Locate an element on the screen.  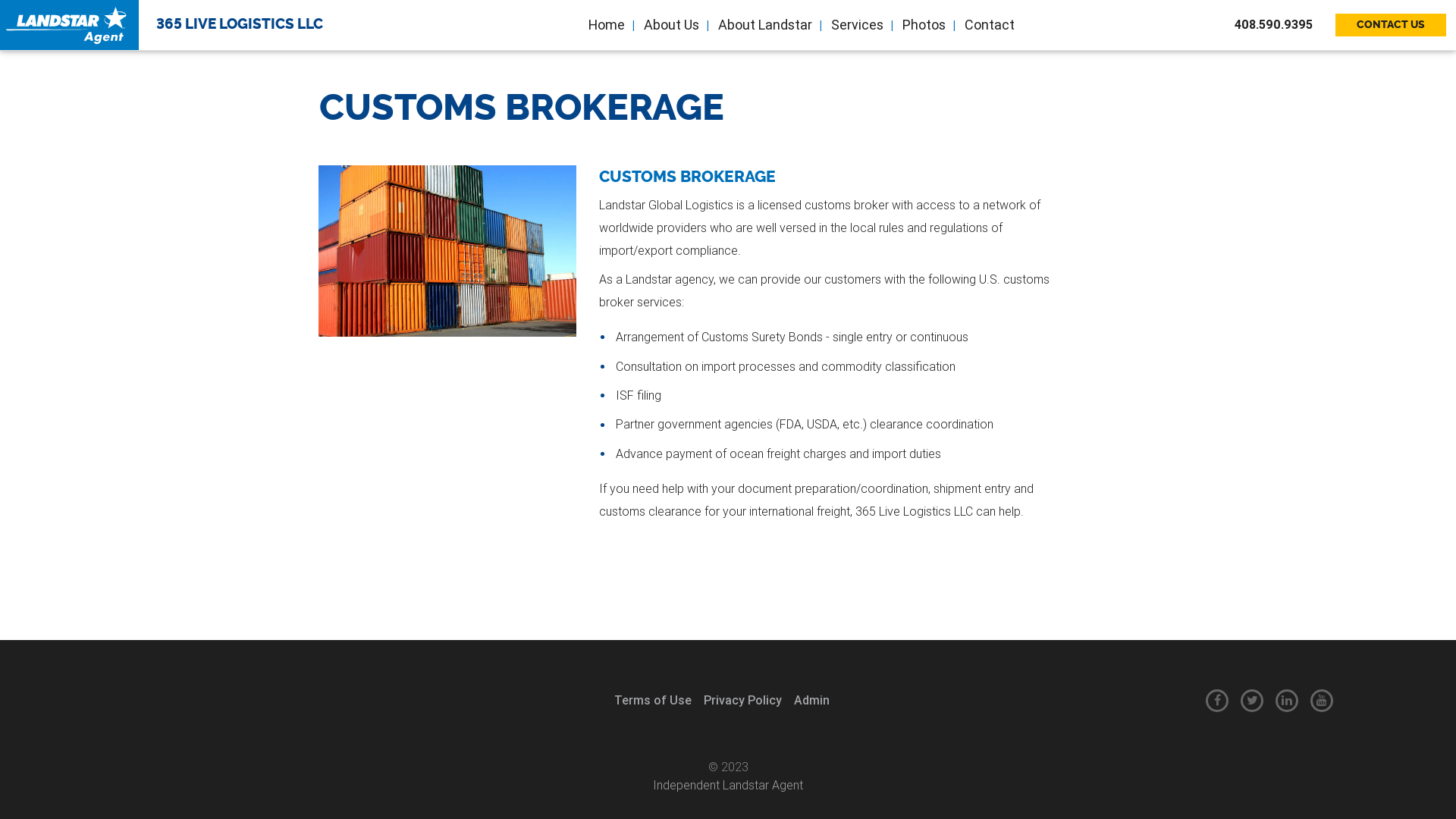
'Admin' is located at coordinates (811, 701).